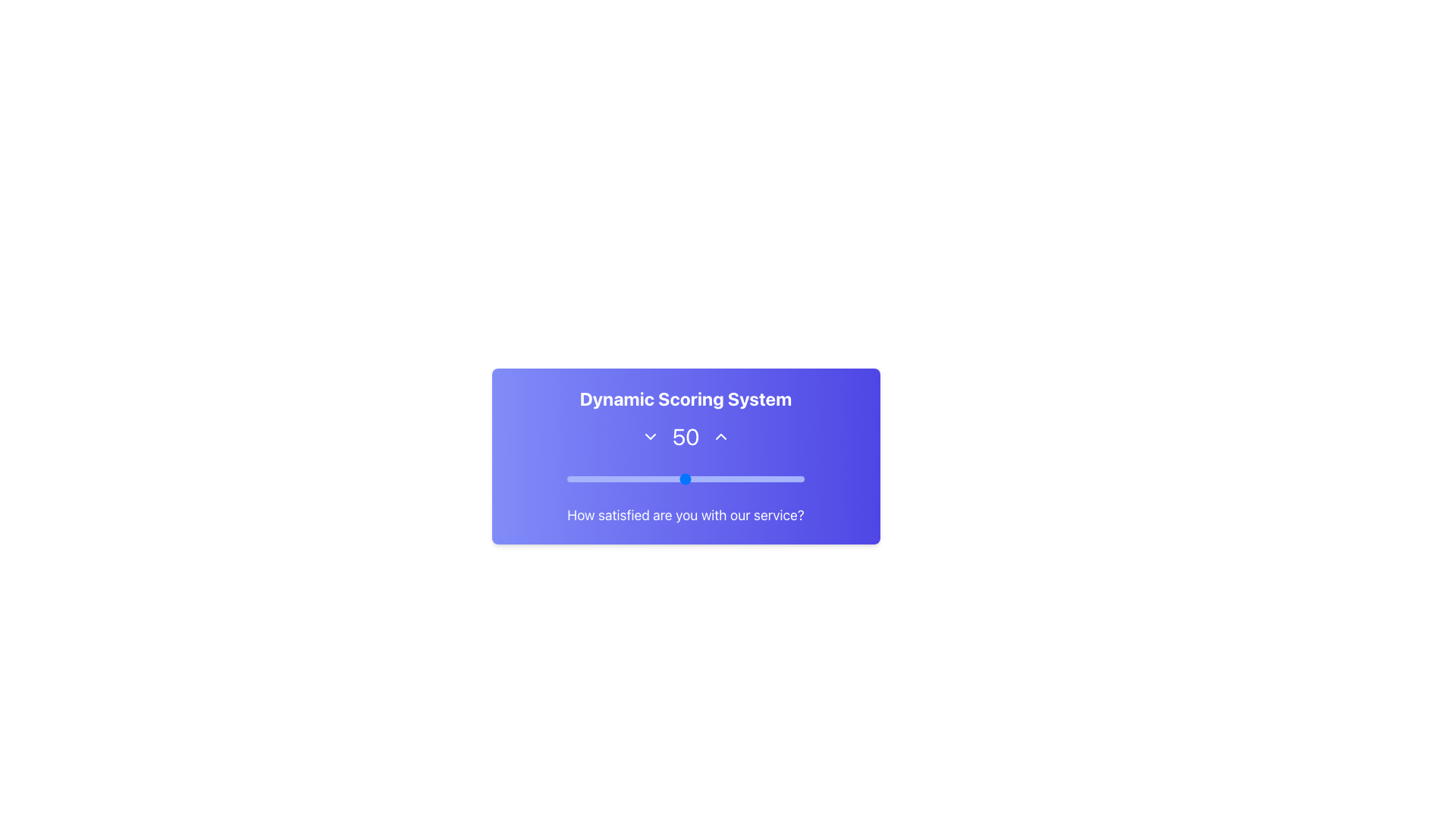 The image size is (1456, 819). I want to click on the score indicator label that displays the current score or level of satisfaction, located in the scoring widget, centered between the upward and downward arrow buttons, so click(685, 436).